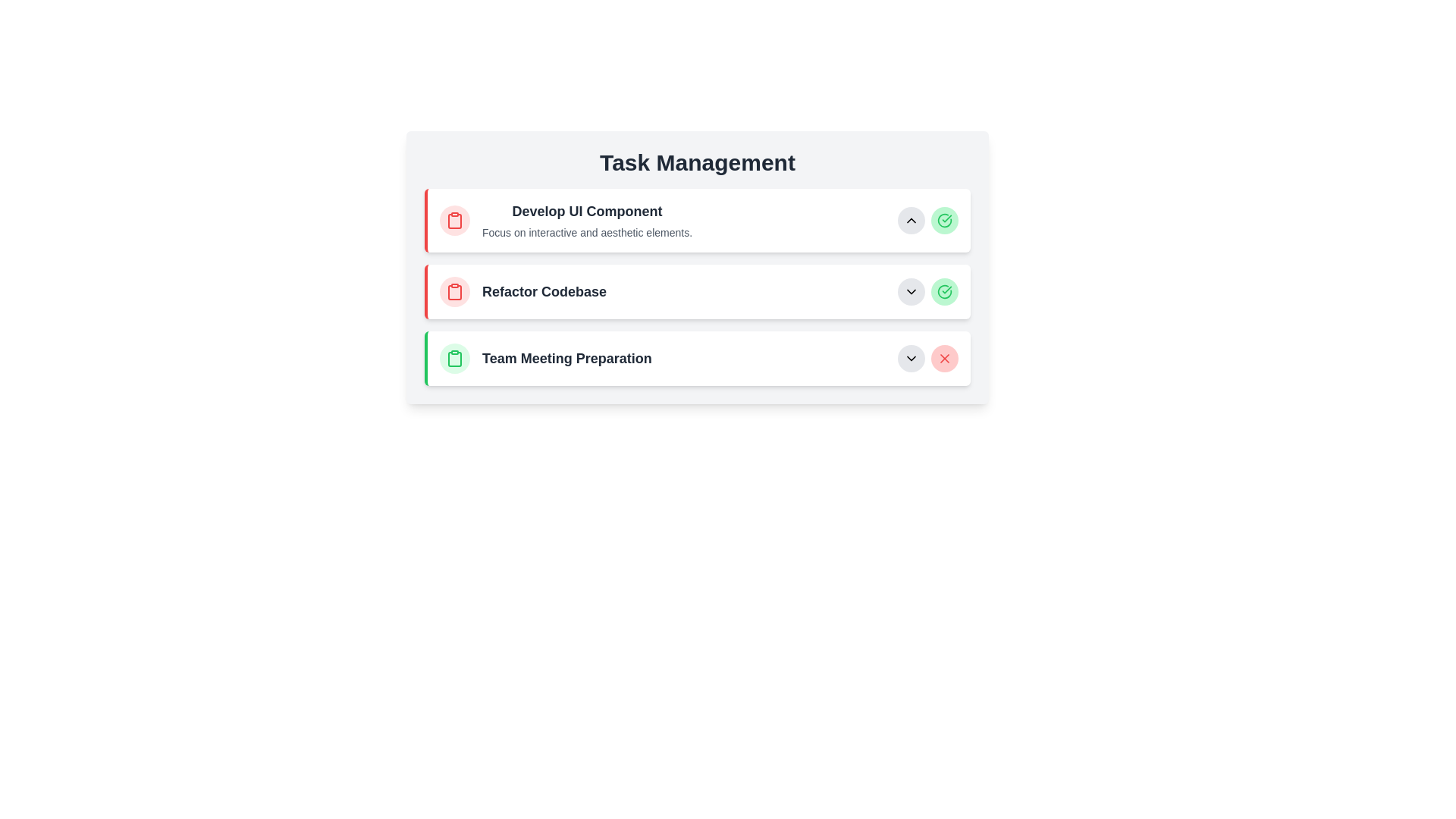  I want to click on the descriptive text element containing 'Develop UI Component' and 'Focus on interactive and aesthetic elements.' located at the top of the task list section under 'Task Management.', so click(586, 220).